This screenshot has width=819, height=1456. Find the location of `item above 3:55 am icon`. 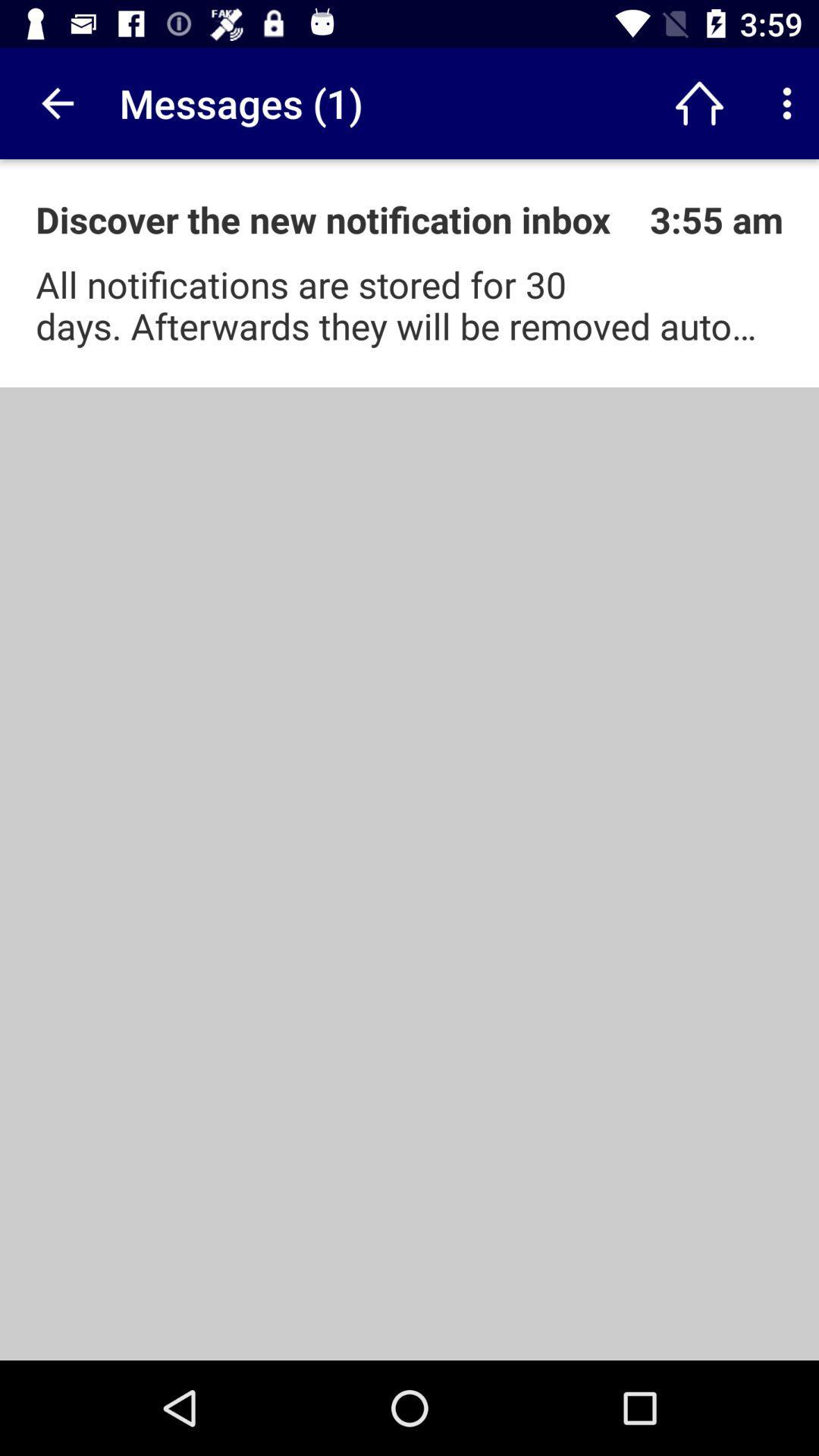

item above 3:55 am icon is located at coordinates (699, 102).